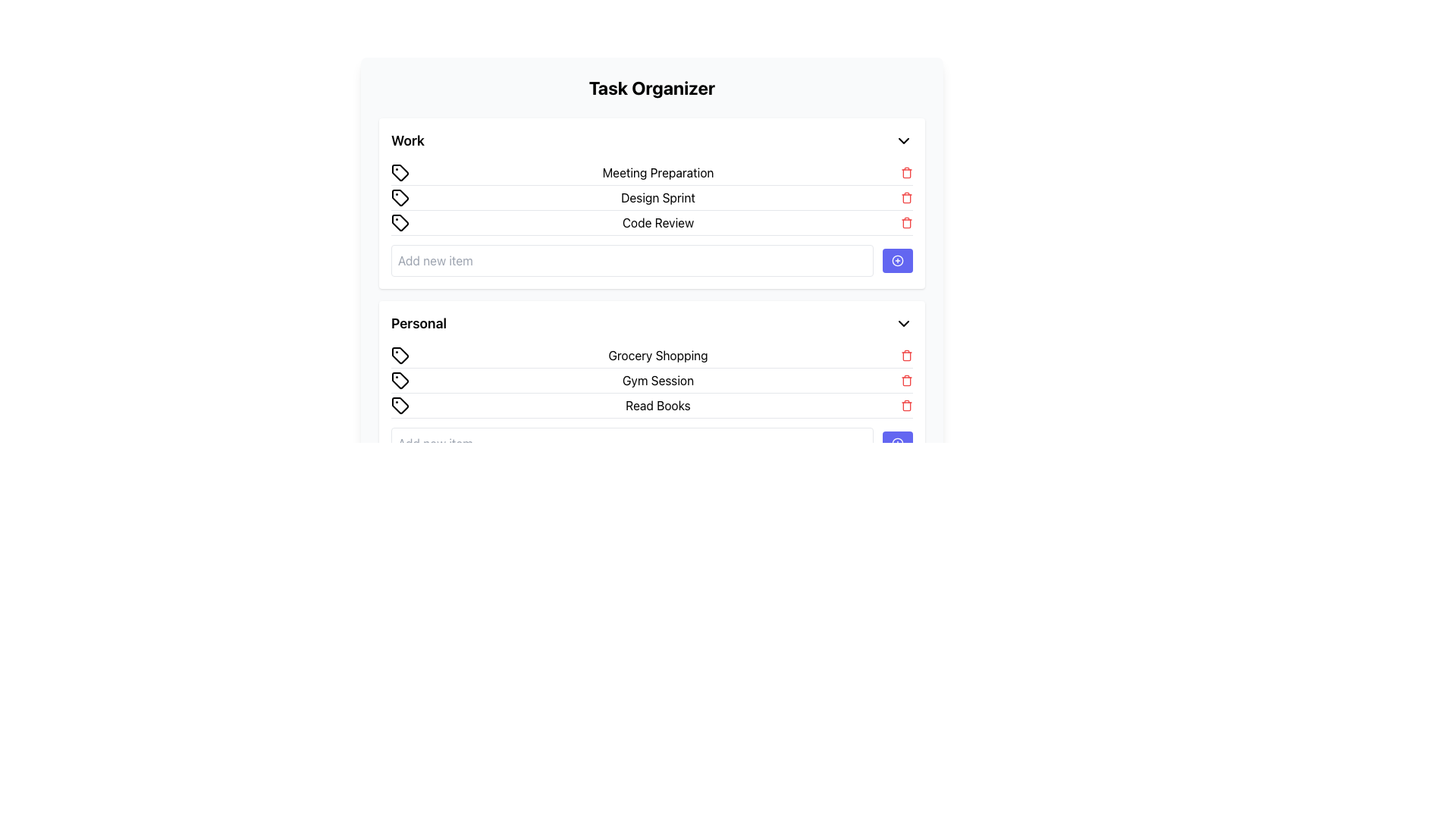 This screenshot has height=819, width=1456. Describe the element at coordinates (400, 222) in the screenshot. I see `the third tag icon in the 'Work' section of the task organizer list, which is positioned to the left of the text 'Code Review'` at that location.